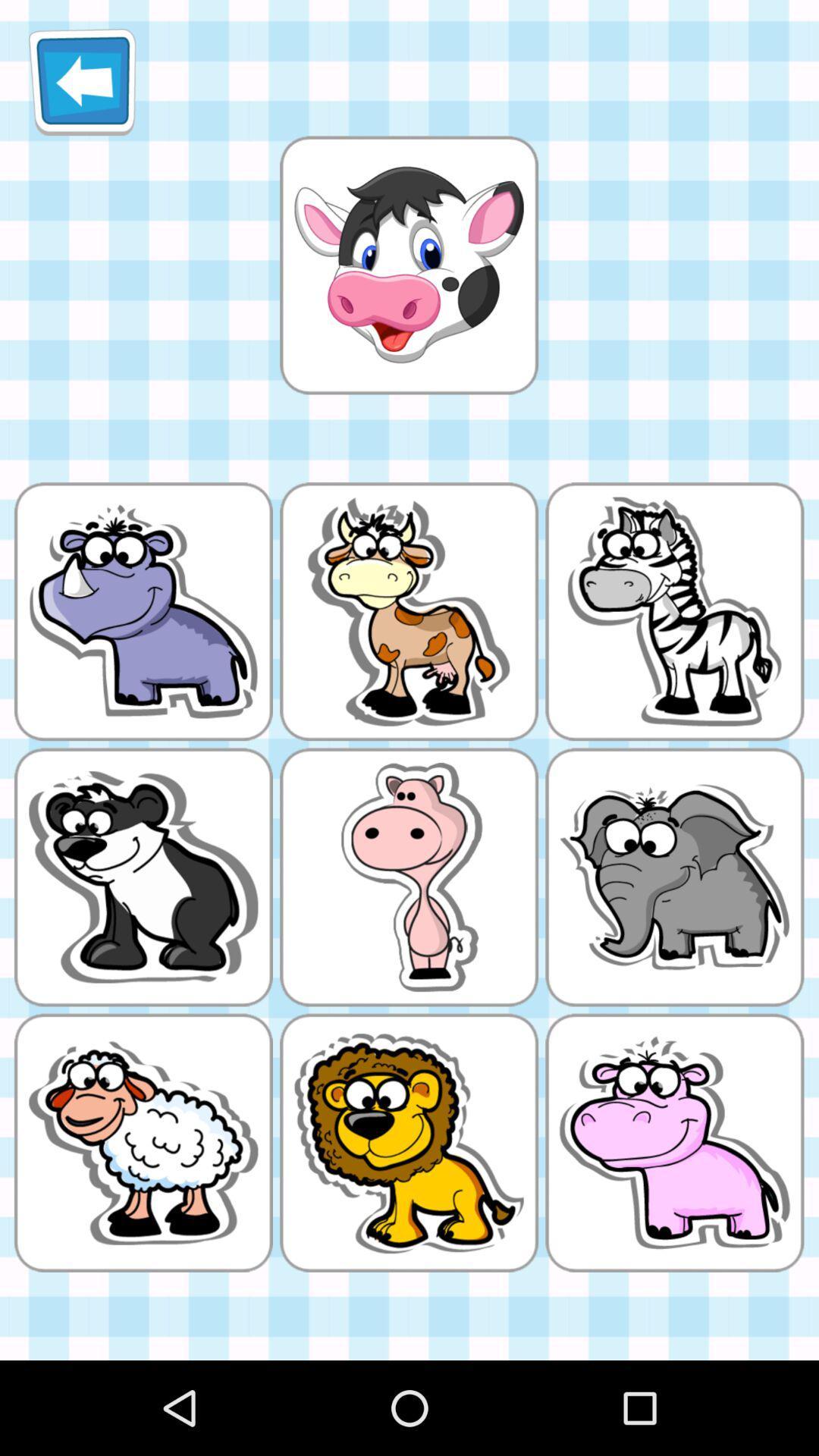  What do you see at coordinates (408, 265) in the screenshot?
I see `animal face` at bounding box center [408, 265].